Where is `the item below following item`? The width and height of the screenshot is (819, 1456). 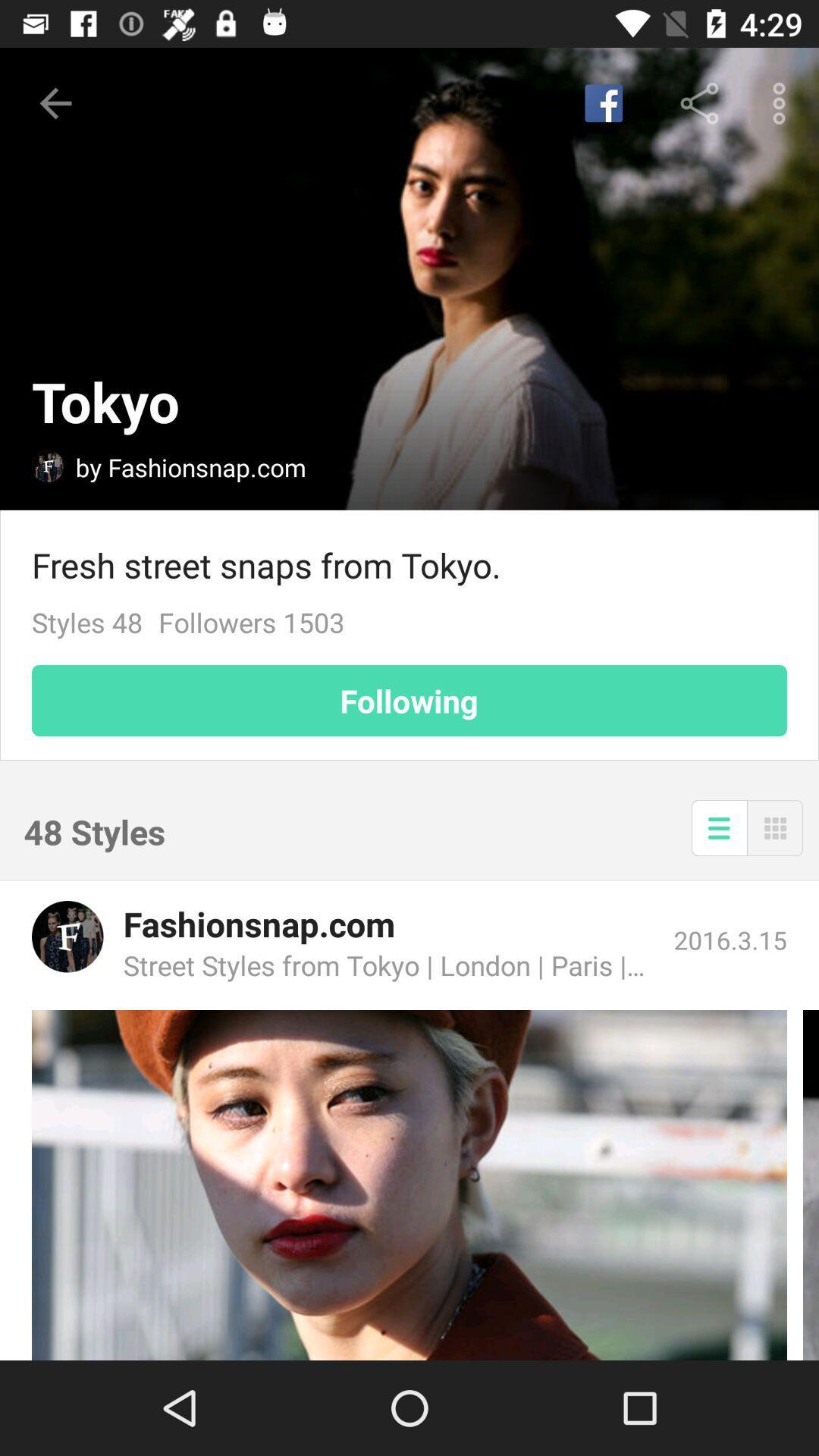
the item below following item is located at coordinates (775, 827).